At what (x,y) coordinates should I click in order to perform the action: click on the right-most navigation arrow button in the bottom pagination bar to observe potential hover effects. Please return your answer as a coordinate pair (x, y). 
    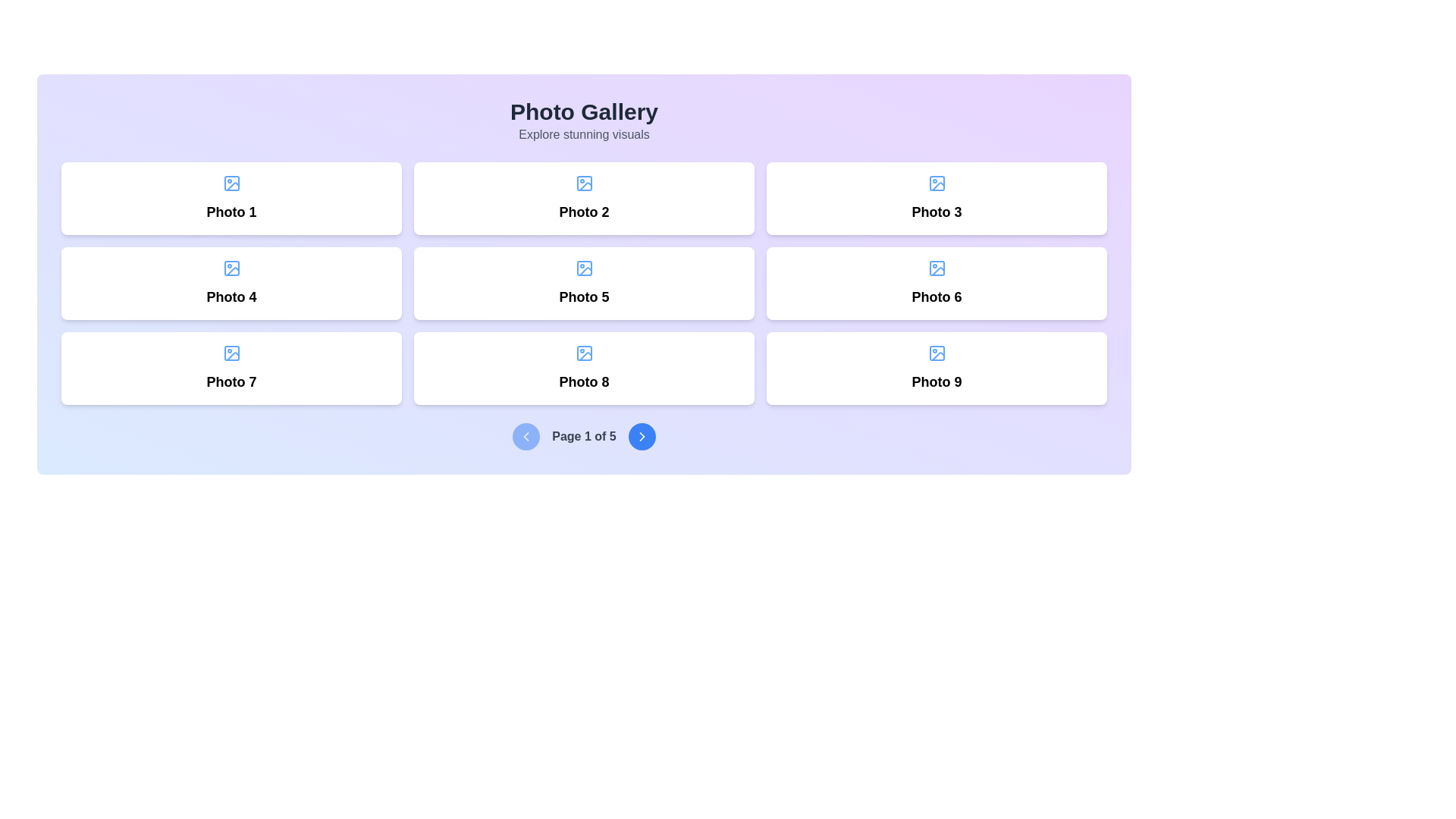
    Looking at the image, I should click on (642, 436).